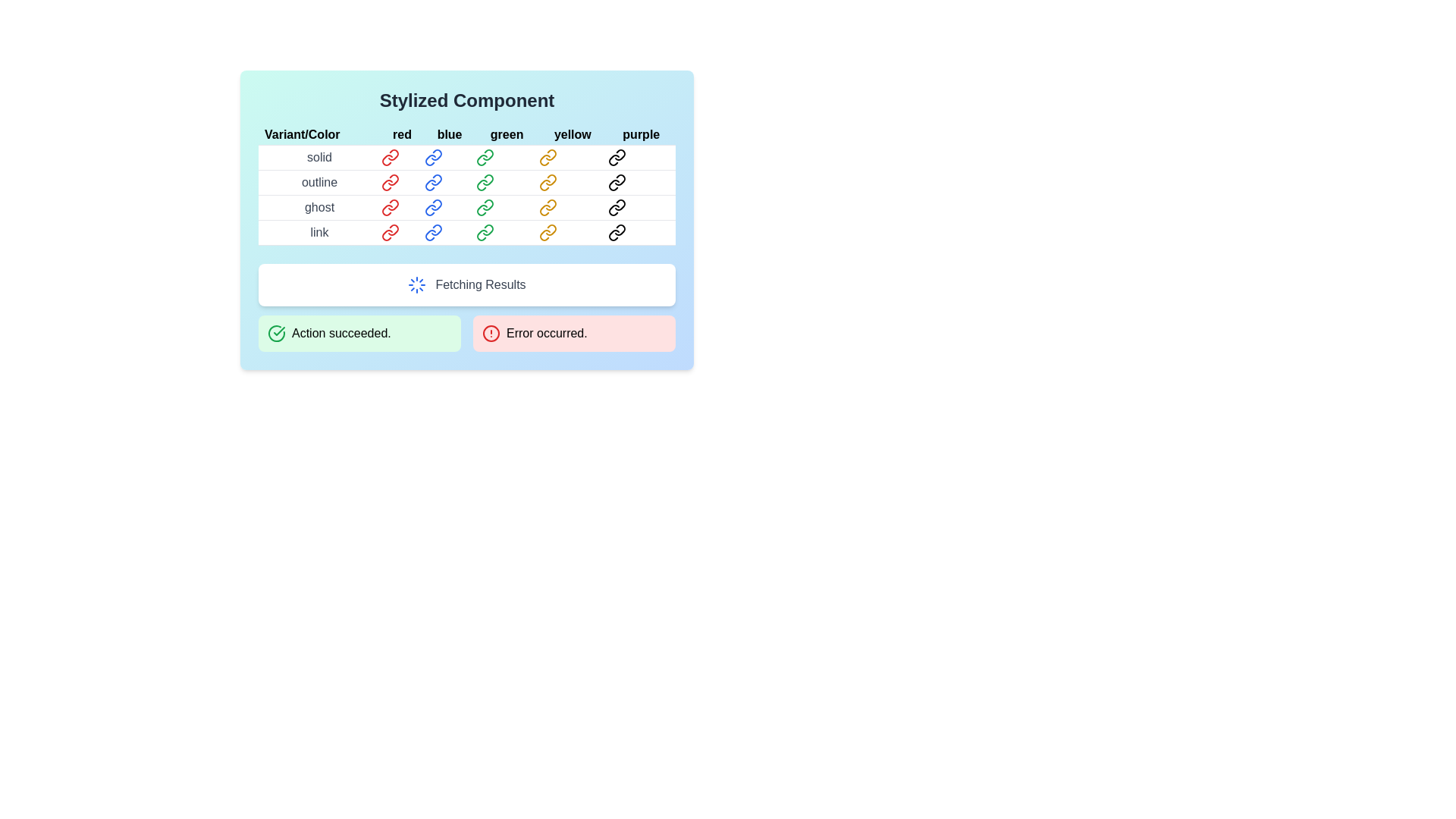  What do you see at coordinates (390, 233) in the screenshot?
I see `the red chain icon hyperlink located in the table under the 'Stylized Component' heading for the 'link' variant` at bounding box center [390, 233].